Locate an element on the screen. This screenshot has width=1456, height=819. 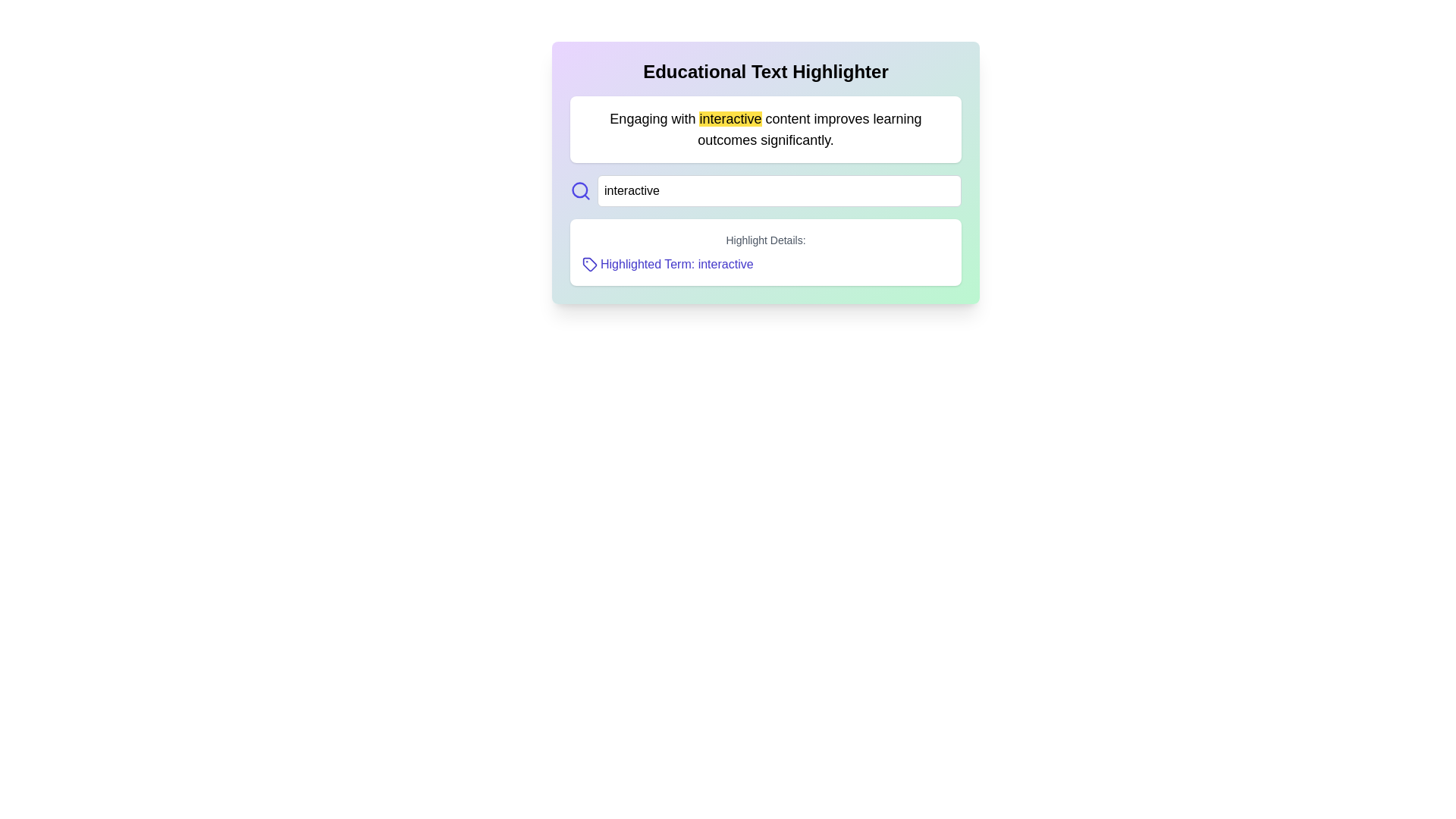
the highlighted term within the 'Highlight Details' box of the educational panel is located at coordinates (765, 171).